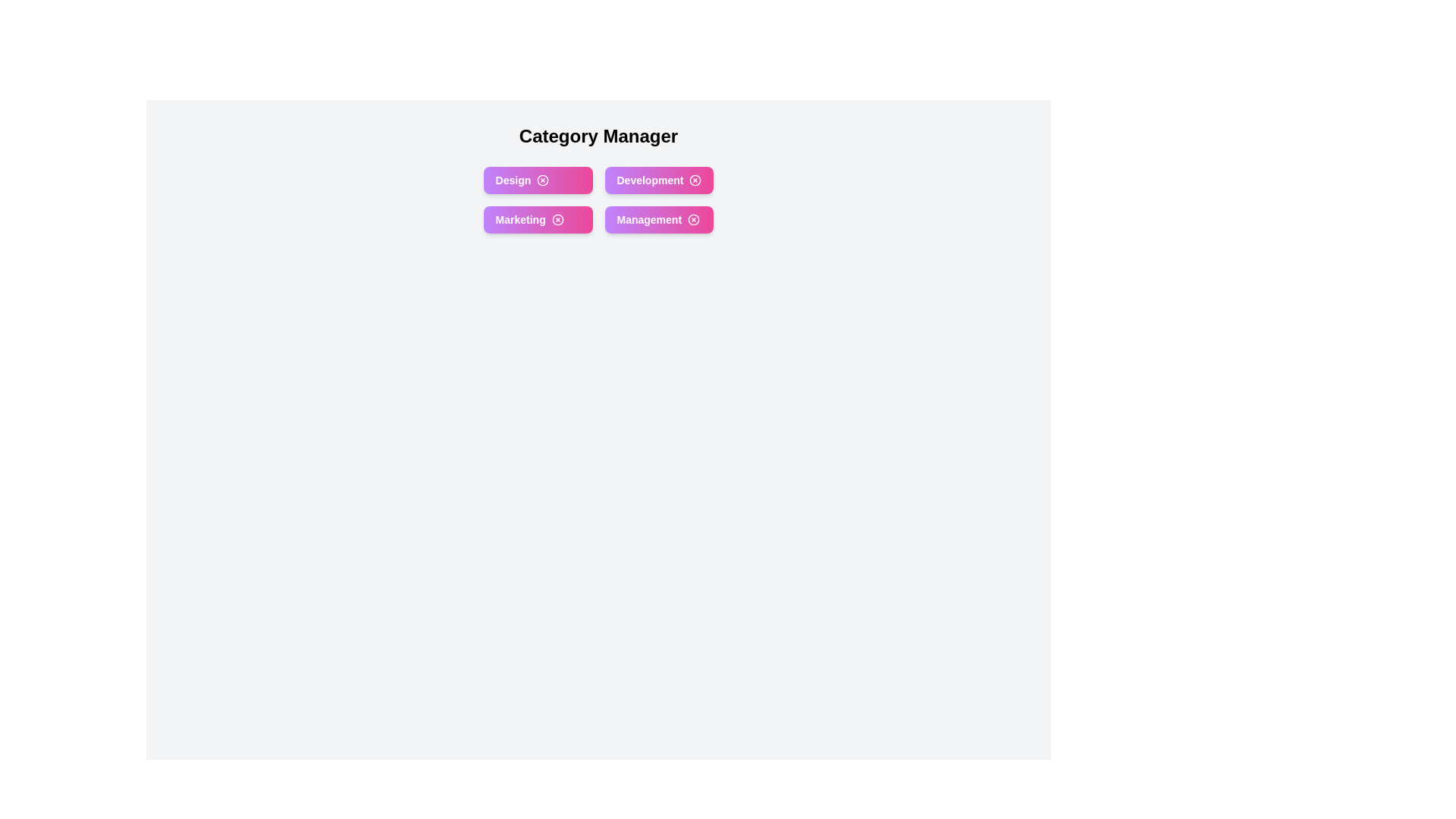  Describe the element at coordinates (695, 180) in the screenshot. I see `close button on the category chip labeled Development to remove it` at that location.